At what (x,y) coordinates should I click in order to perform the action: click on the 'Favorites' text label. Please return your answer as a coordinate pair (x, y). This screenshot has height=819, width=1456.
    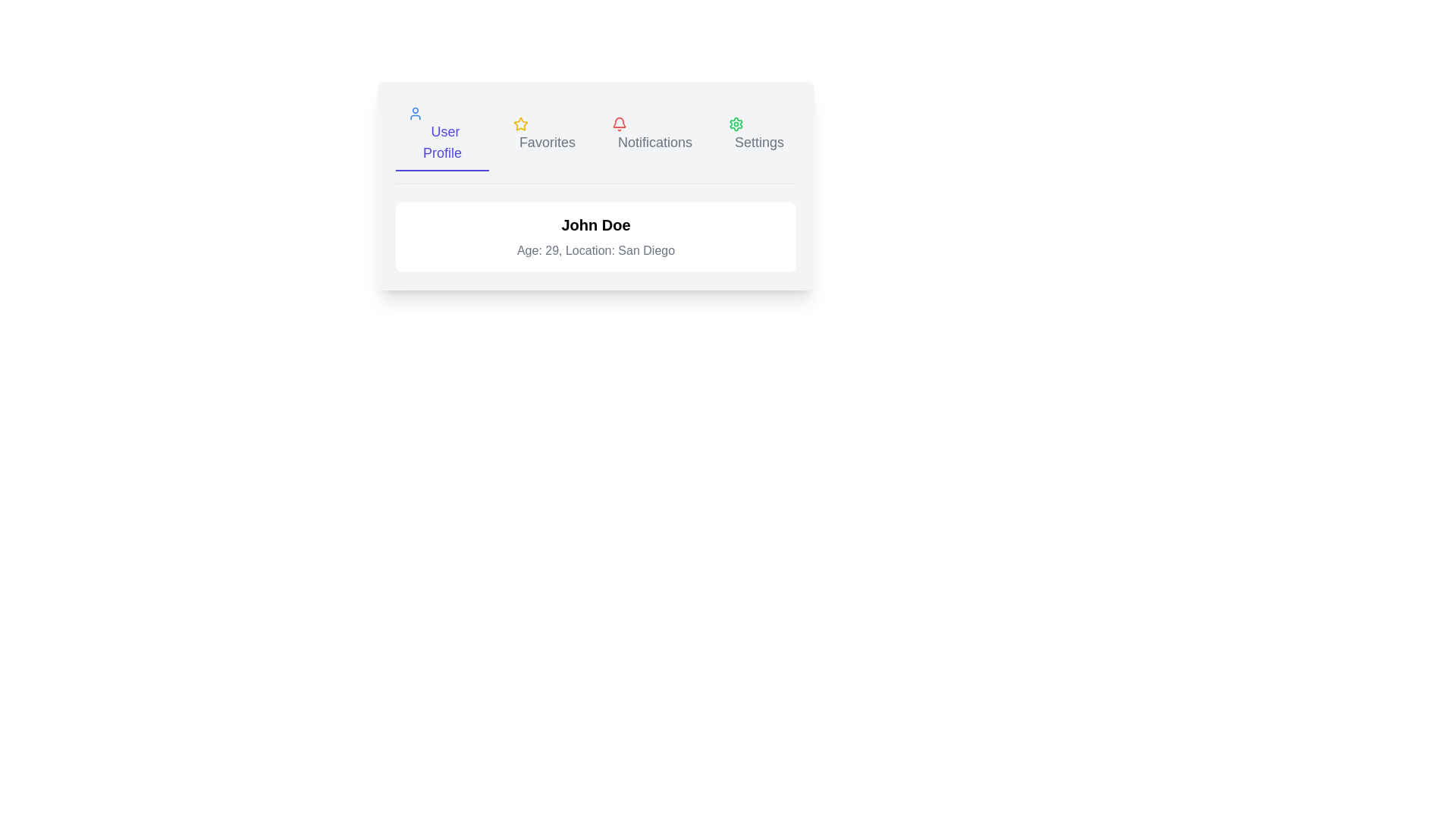
    Looking at the image, I should click on (546, 143).